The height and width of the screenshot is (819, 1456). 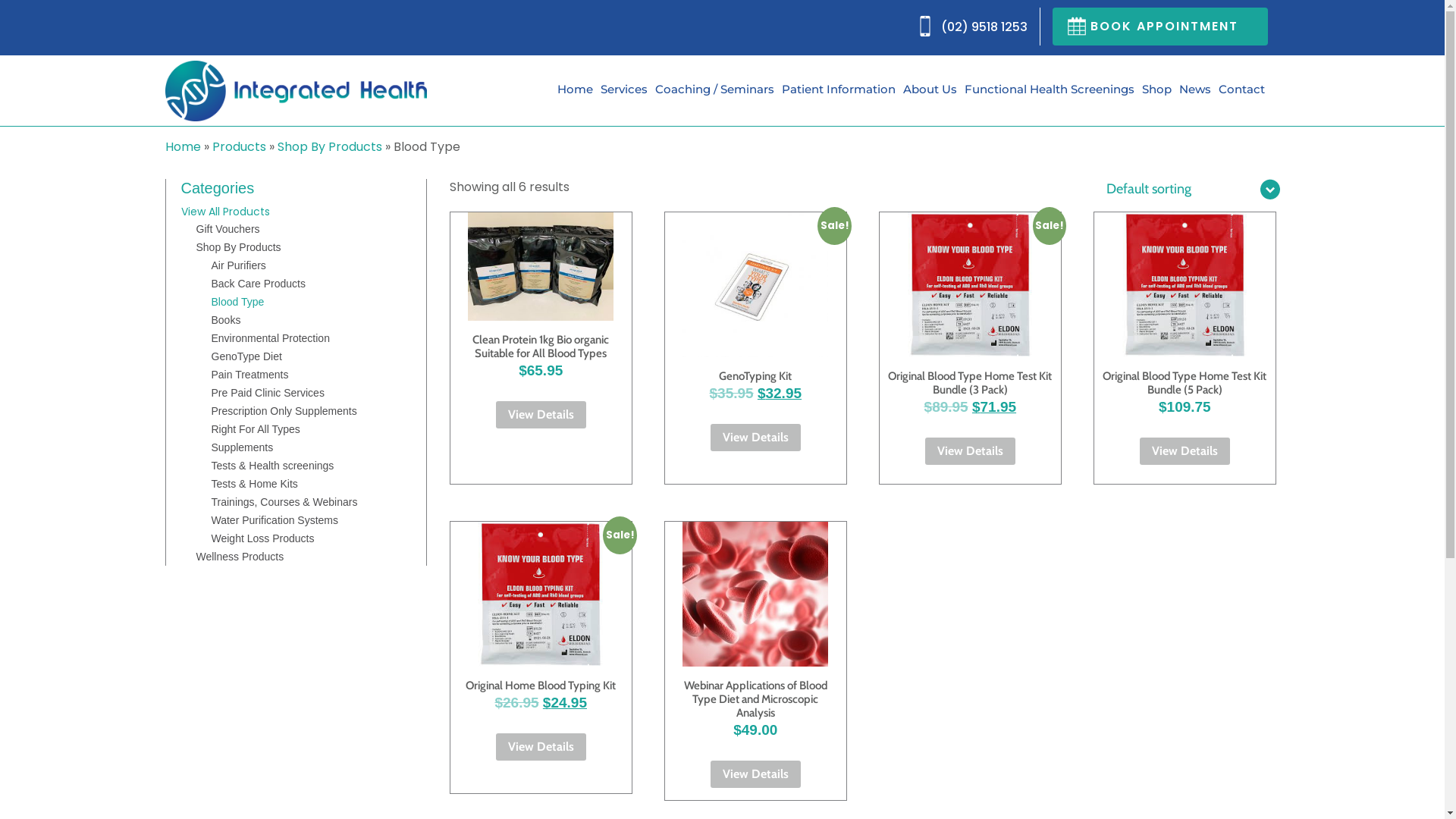 What do you see at coordinates (258, 284) in the screenshot?
I see `'Back Care Products'` at bounding box center [258, 284].